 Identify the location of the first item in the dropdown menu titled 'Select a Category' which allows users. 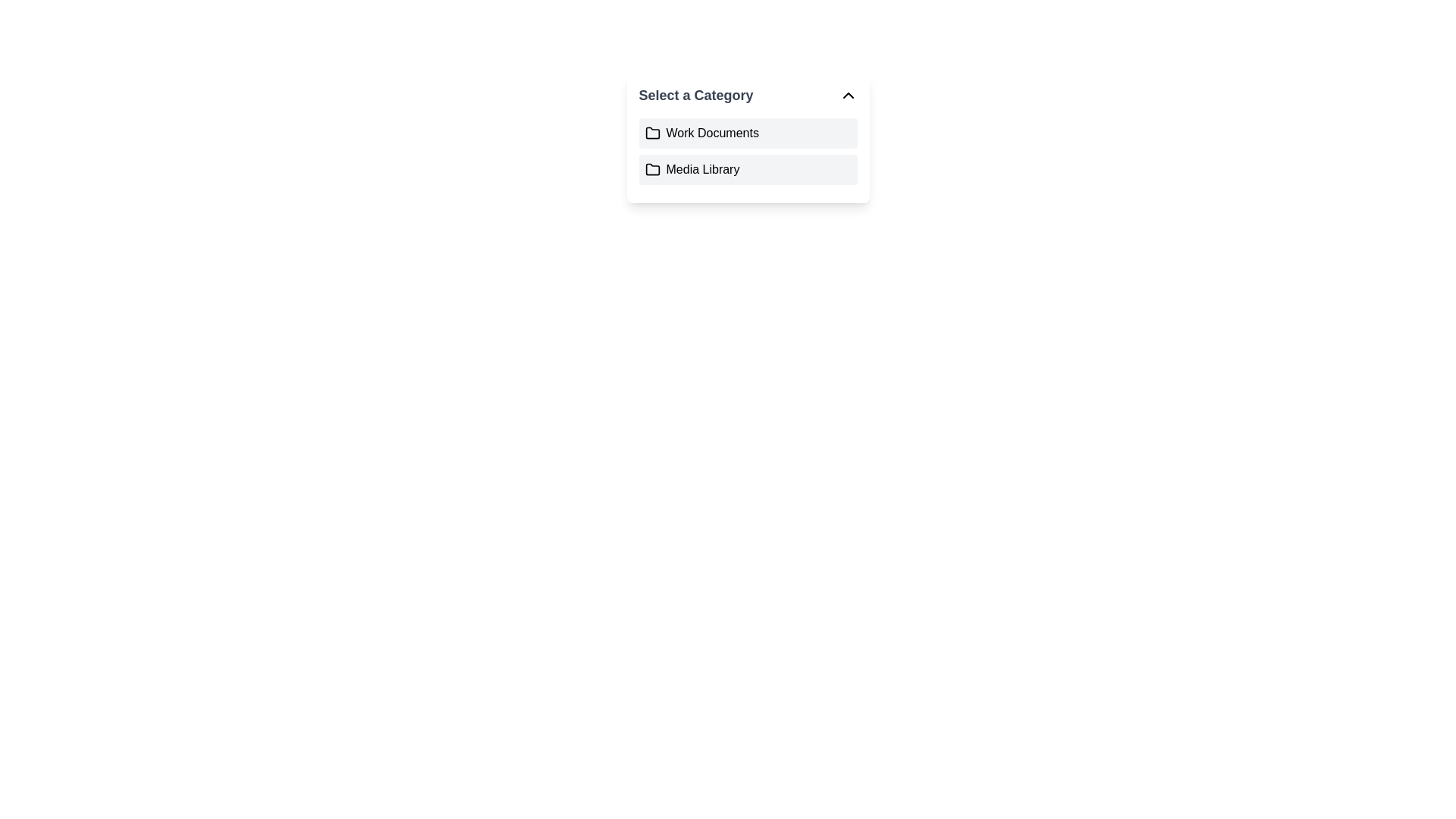
(748, 133).